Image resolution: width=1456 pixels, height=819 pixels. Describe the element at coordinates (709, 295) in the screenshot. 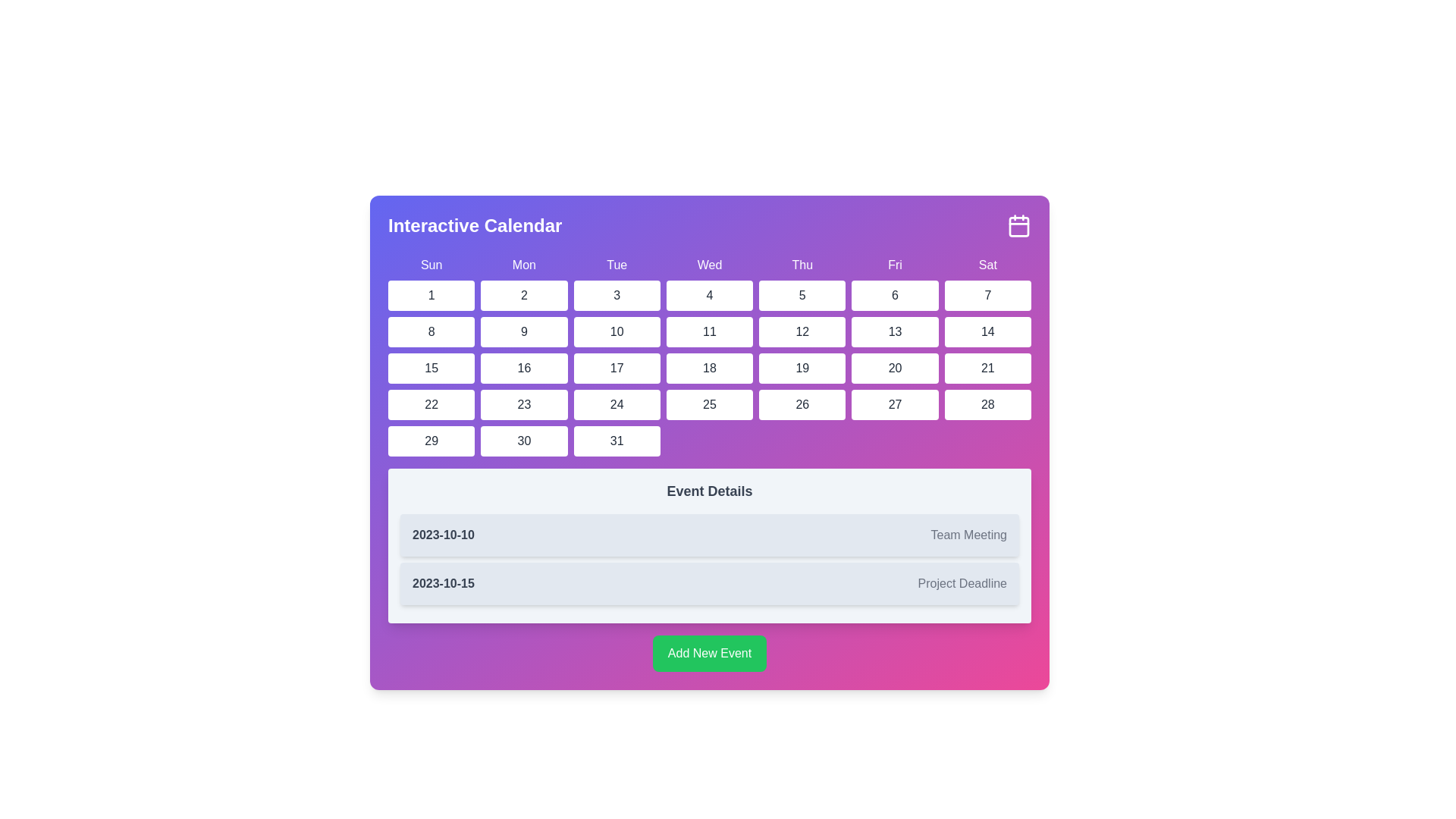

I see `on the button labeled '4' with a white background and gray text, located under the 'Wed' header in the calendar layout` at that location.